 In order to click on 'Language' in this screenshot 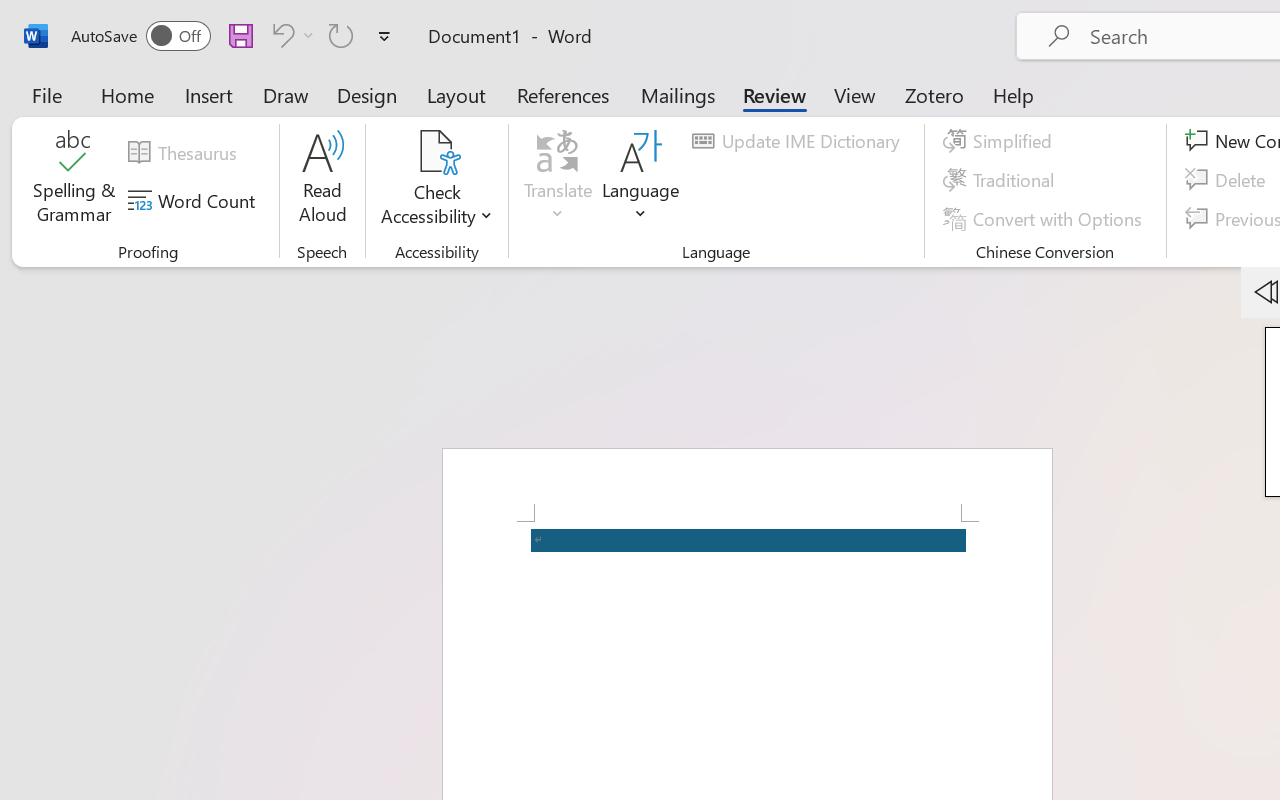, I will do `click(641, 179)`.